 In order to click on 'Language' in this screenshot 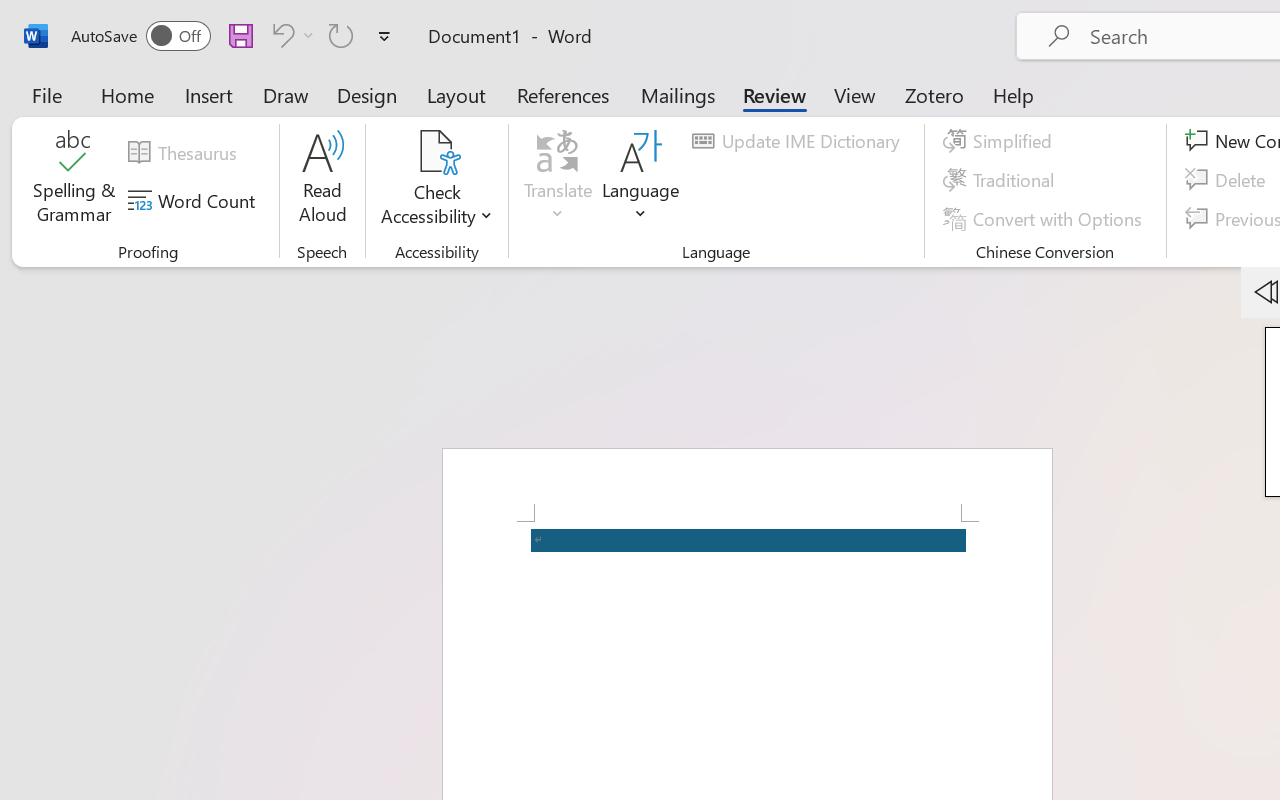, I will do `click(641, 179)`.